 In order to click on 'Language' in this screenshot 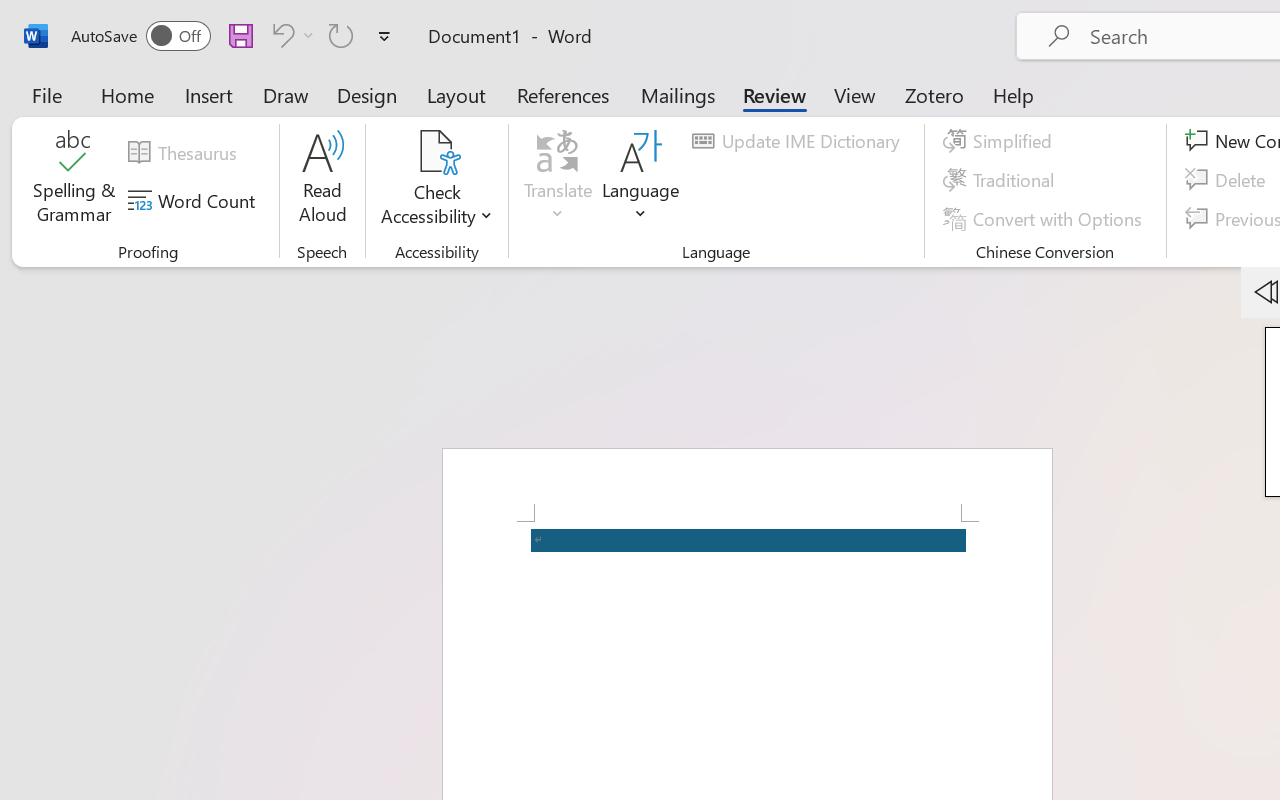, I will do `click(641, 179)`.